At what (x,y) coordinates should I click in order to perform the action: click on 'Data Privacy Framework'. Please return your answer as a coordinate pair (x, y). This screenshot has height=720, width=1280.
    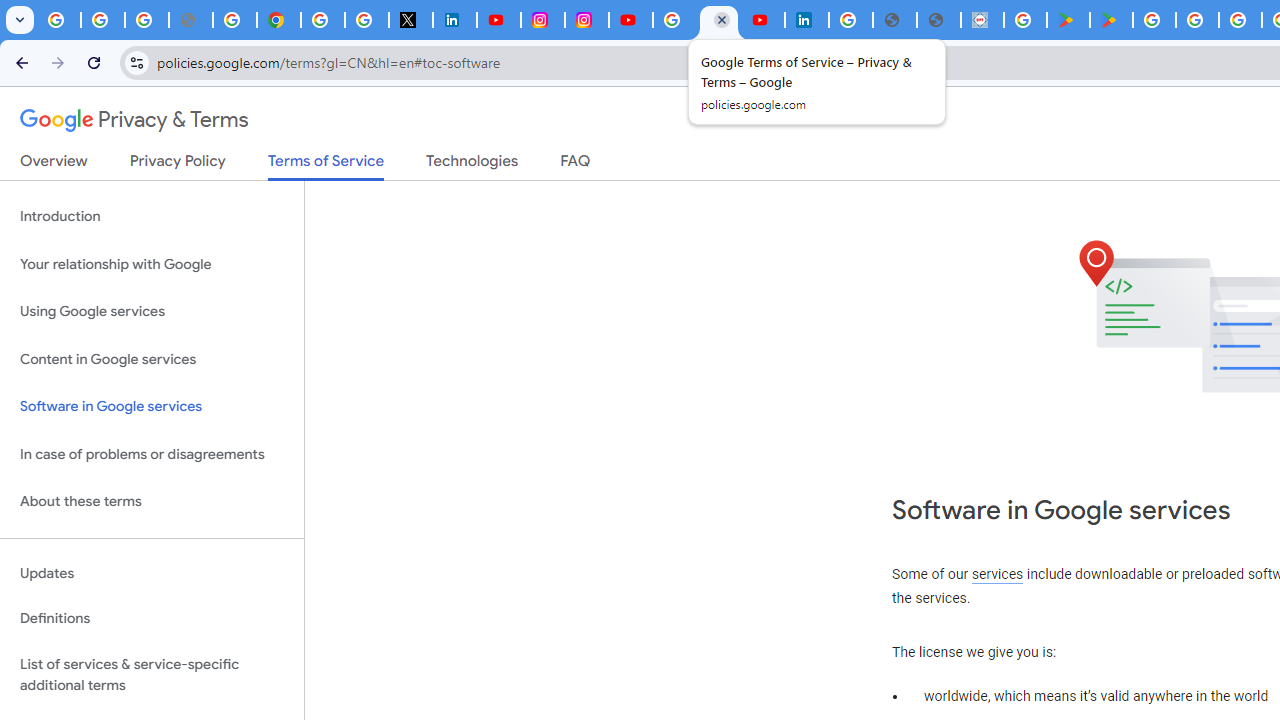
    Looking at the image, I should click on (982, 20).